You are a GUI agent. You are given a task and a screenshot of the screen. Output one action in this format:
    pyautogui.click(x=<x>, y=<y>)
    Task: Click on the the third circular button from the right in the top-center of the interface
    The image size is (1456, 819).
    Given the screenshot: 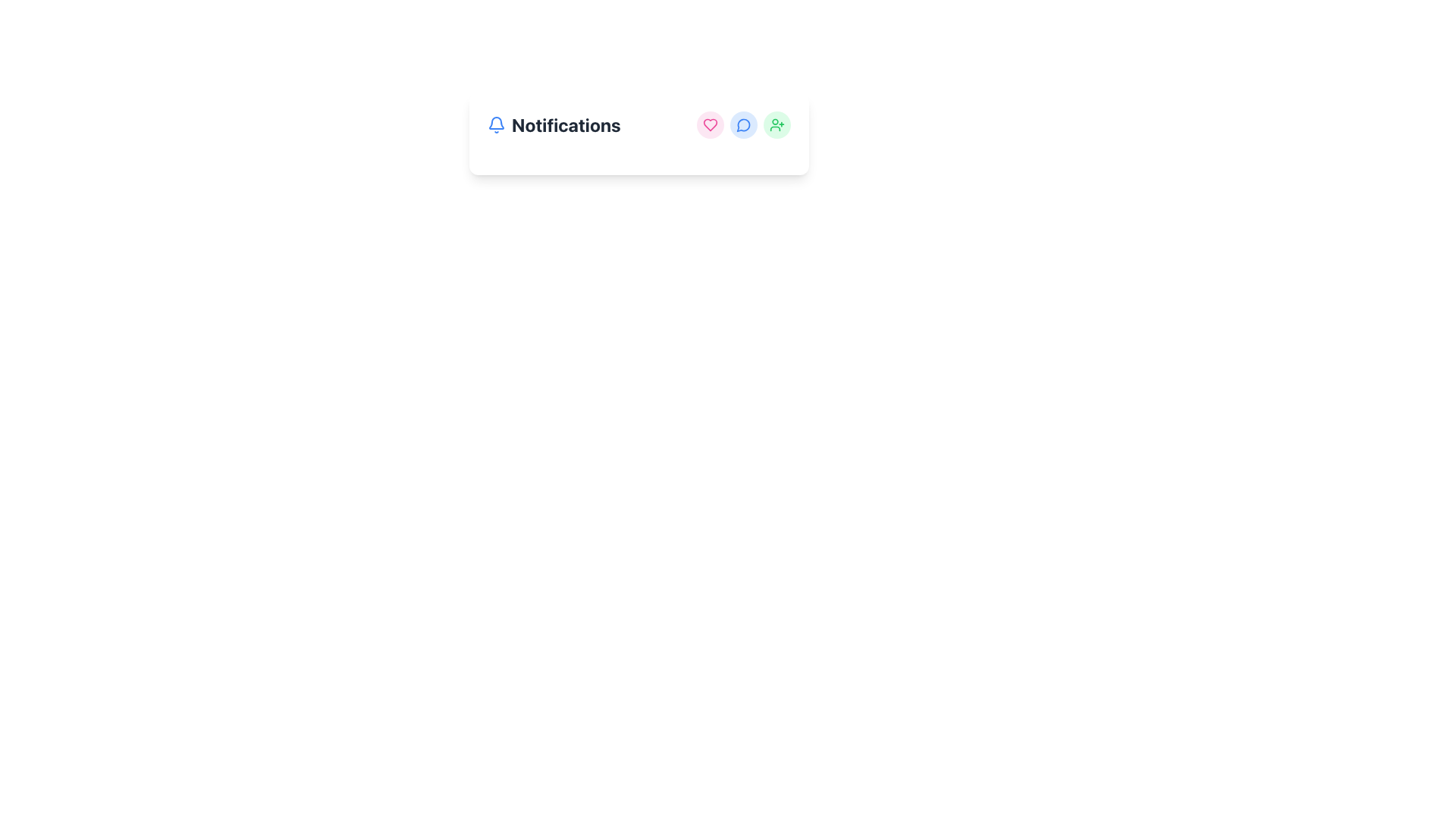 What is the action you would take?
    pyautogui.click(x=777, y=124)
    